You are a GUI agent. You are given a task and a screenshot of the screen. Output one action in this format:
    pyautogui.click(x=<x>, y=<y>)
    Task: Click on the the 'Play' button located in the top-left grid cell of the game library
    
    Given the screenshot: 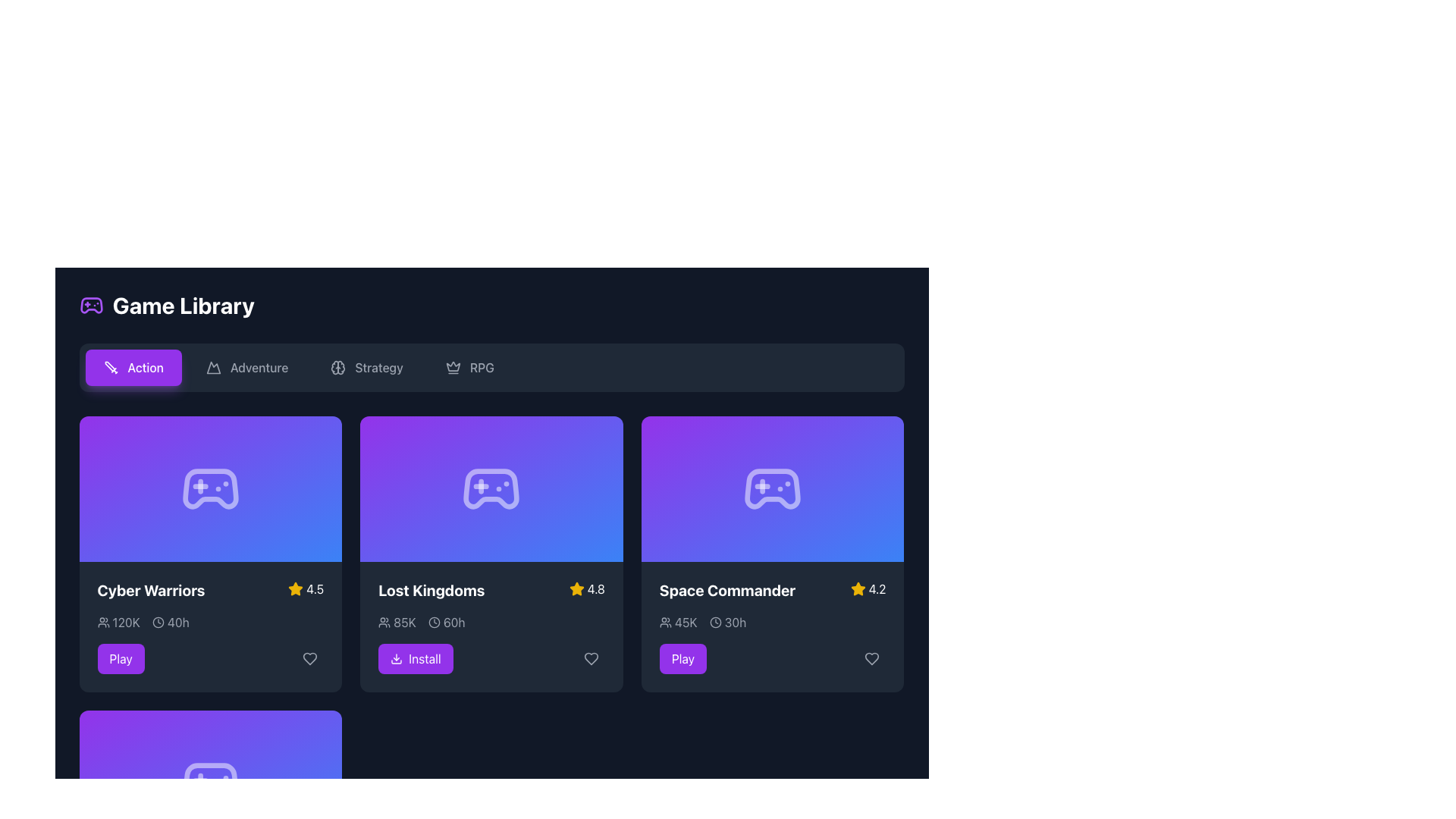 What is the action you would take?
    pyautogui.click(x=209, y=657)
    